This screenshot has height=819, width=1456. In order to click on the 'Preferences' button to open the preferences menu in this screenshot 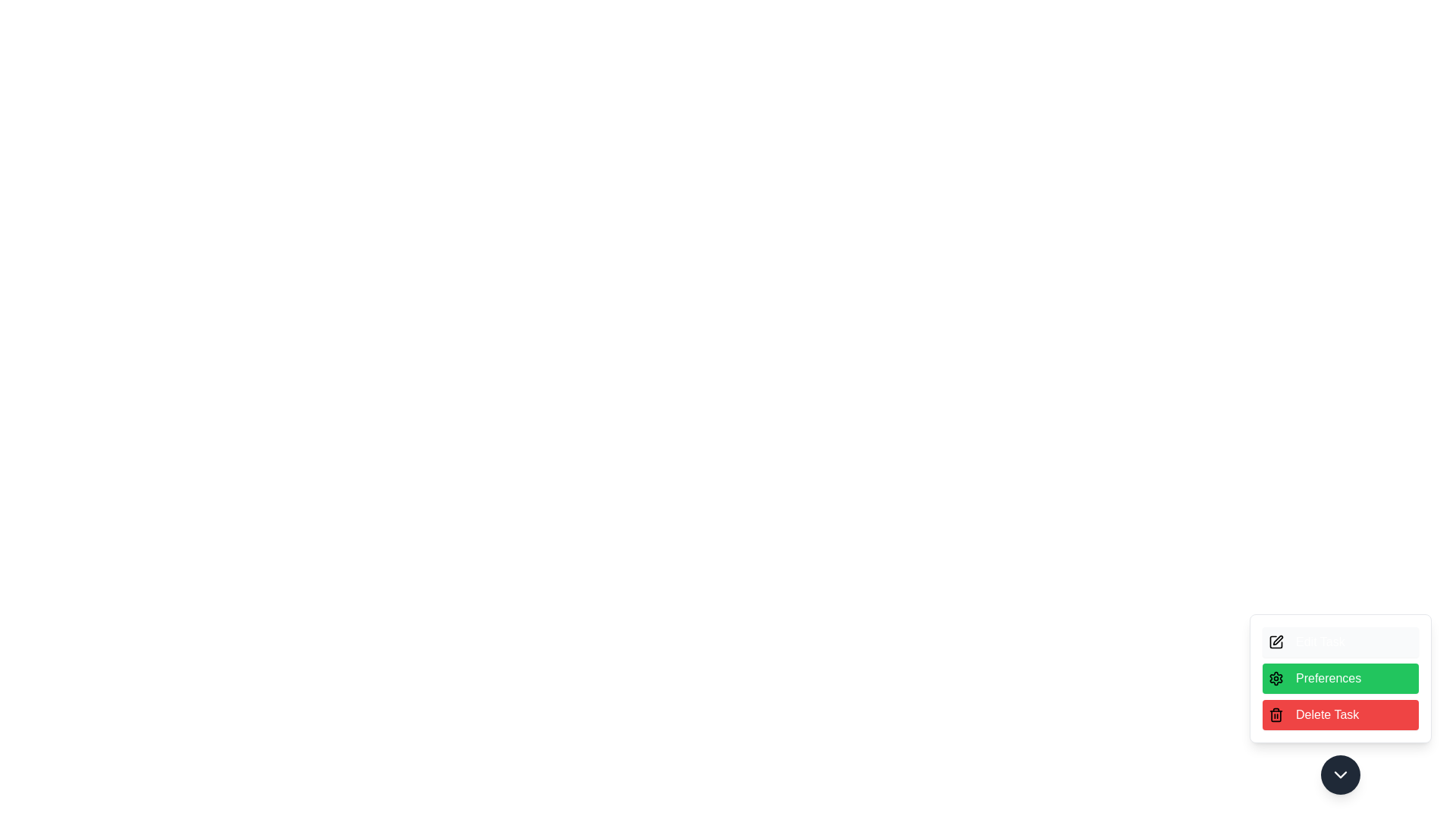, I will do `click(1340, 677)`.